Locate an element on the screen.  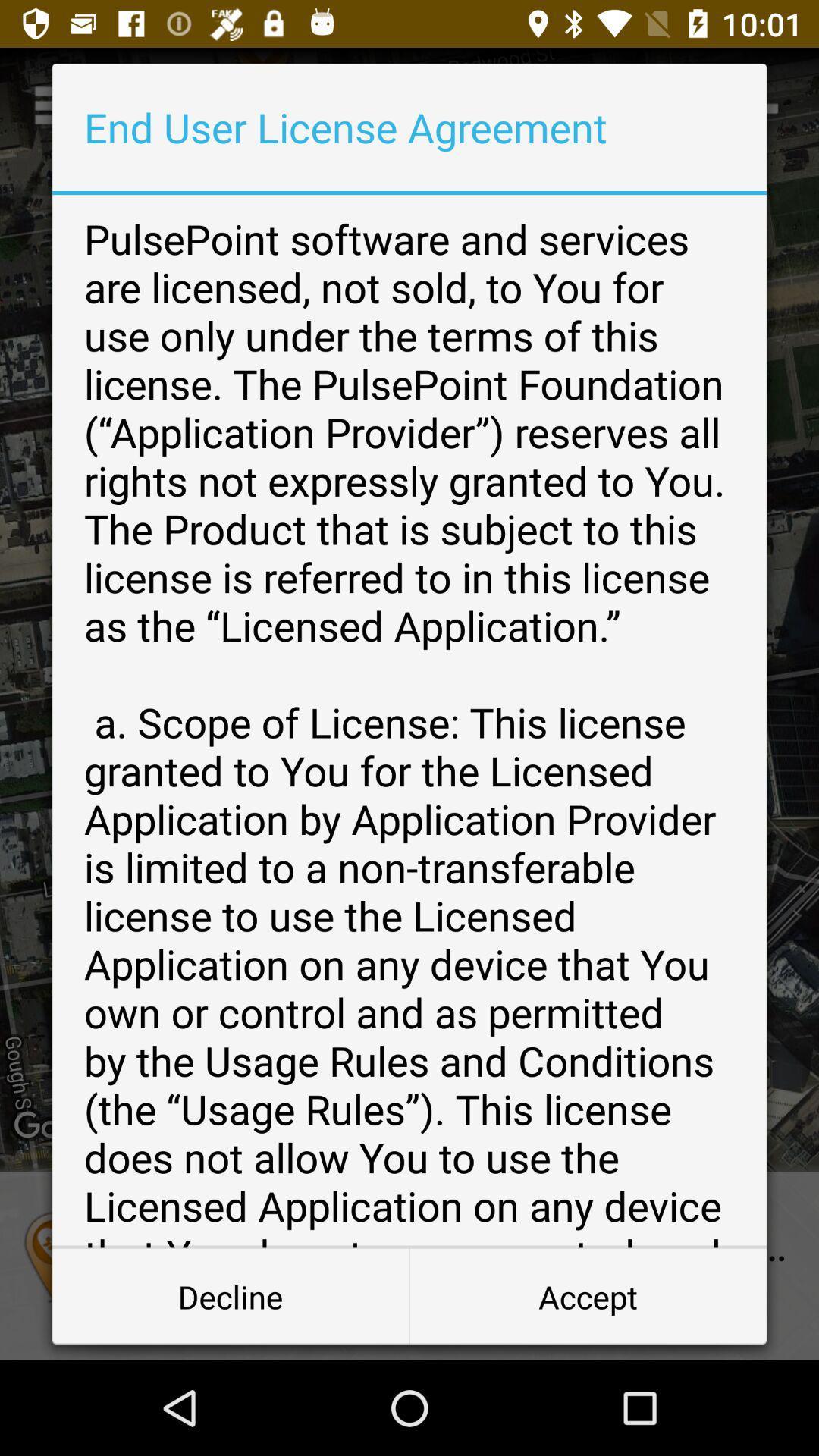
item at the bottom left corner is located at coordinates (231, 1295).